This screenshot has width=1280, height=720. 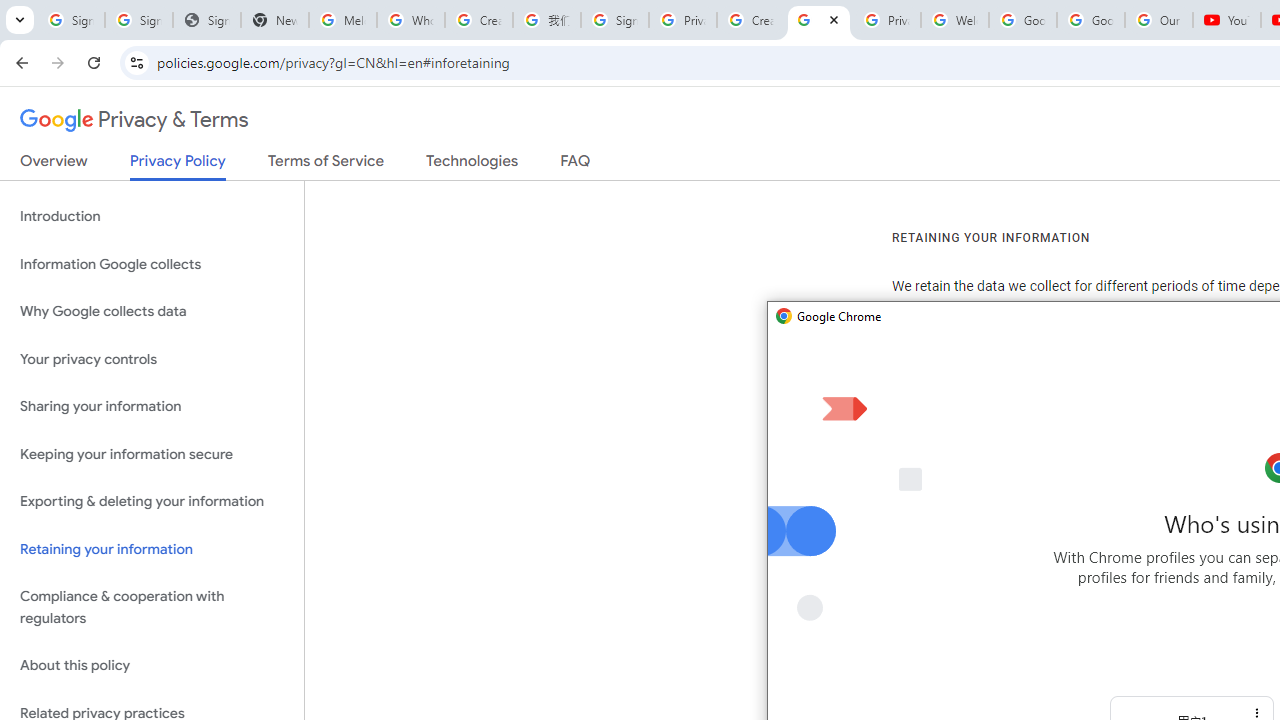 What do you see at coordinates (151, 607) in the screenshot?
I see `'Compliance & cooperation with regulators'` at bounding box center [151, 607].